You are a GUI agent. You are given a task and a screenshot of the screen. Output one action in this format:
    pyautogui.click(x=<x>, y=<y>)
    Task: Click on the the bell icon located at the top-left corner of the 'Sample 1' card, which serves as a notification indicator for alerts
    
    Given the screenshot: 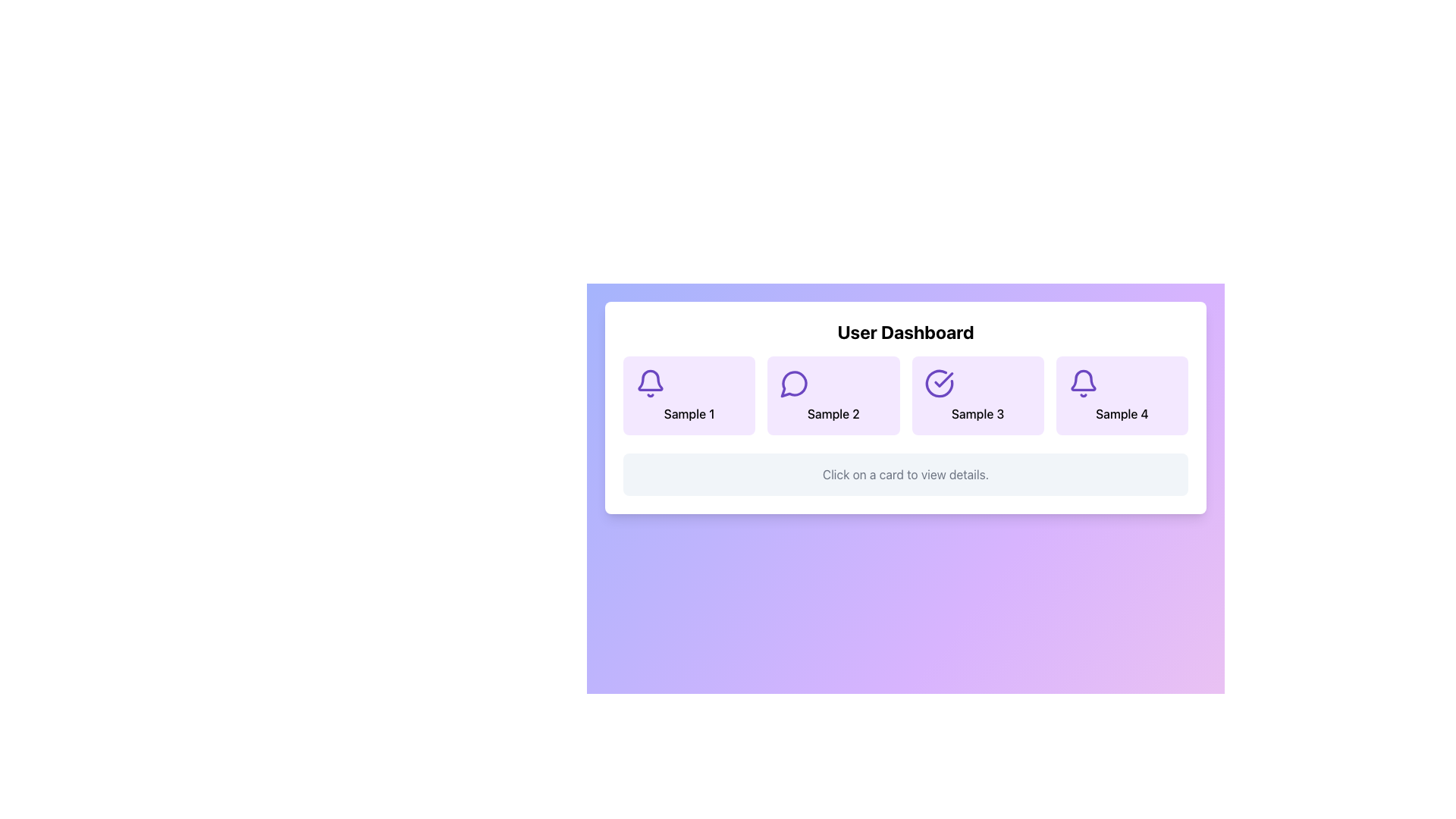 What is the action you would take?
    pyautogui.click(x=651, y=382)
    